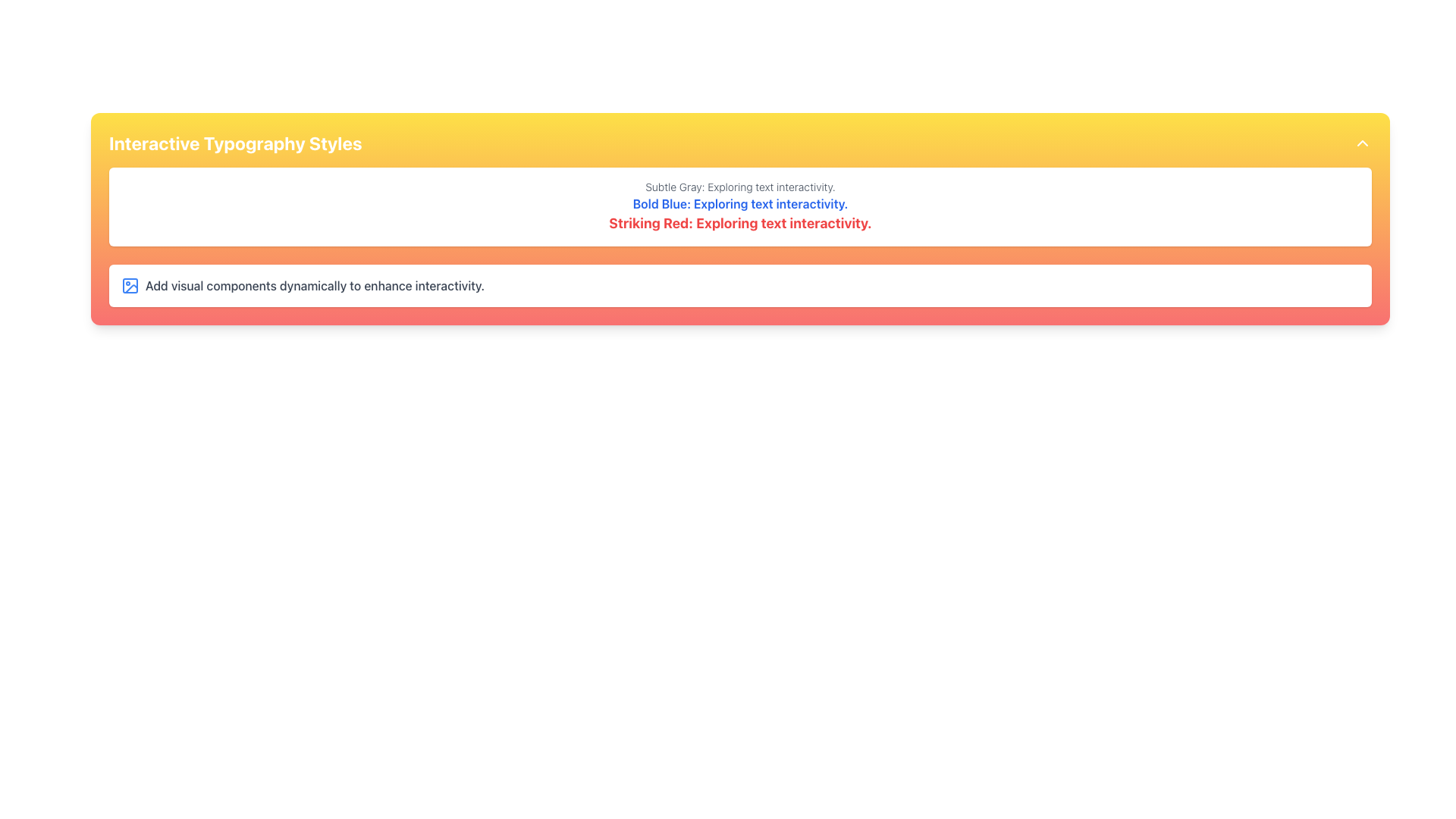  I want to click on the compact photograph icon, styled in blue with a rounded rectangular frame and circular detail, located near the left edge of the section containing the text 'Add visual components dynamically to enhance interactivity.', so click(130, 286).